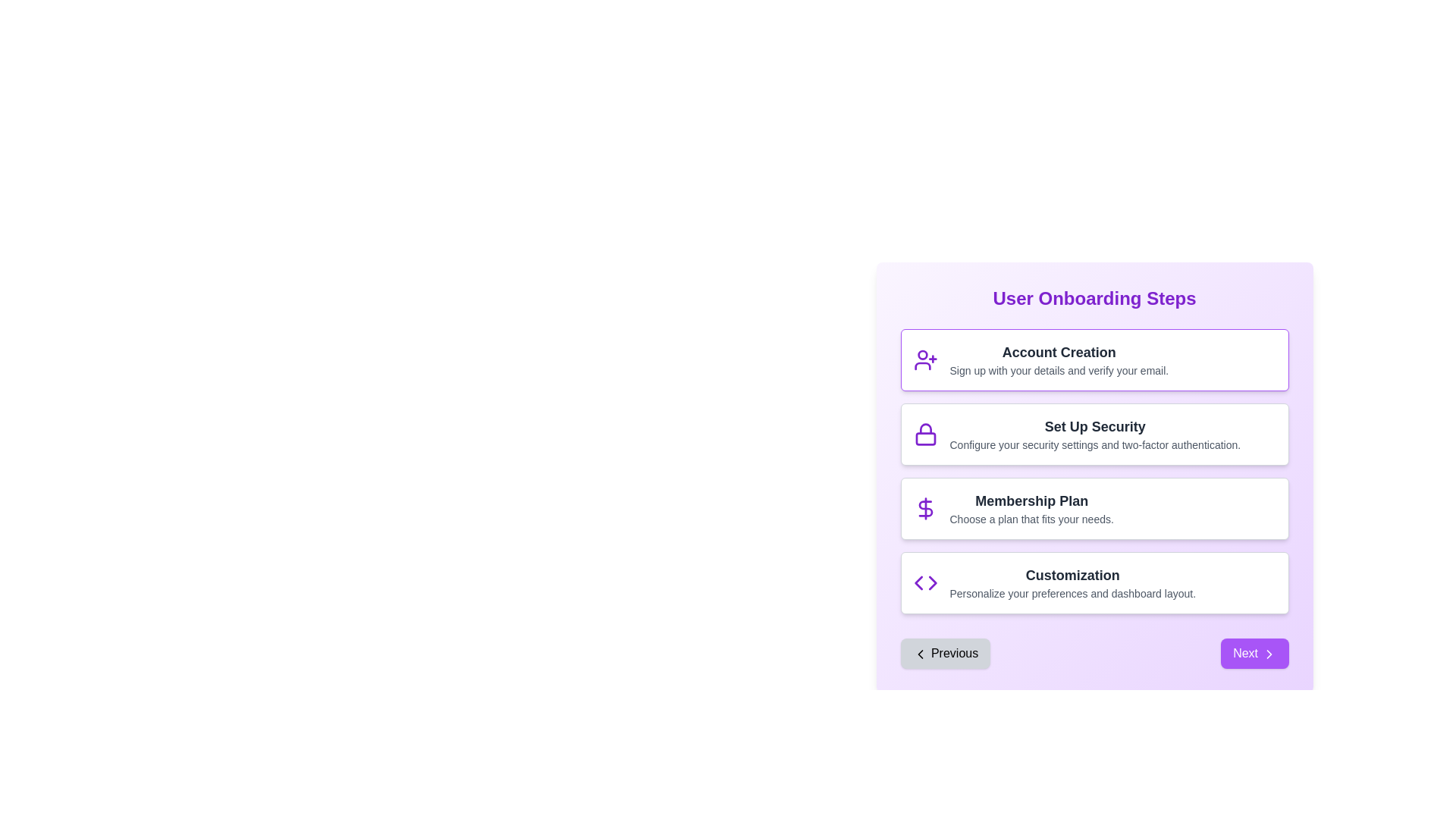 Image resolution: width=1456 pixels, height=819 pixels. Describe the element at coordinates (924, 582) in the screenshot. I see `the SVG Icon representing the 'Customization' step, located on the left side of the card labeled 'Customization' in the onboarding steps list` at that location.